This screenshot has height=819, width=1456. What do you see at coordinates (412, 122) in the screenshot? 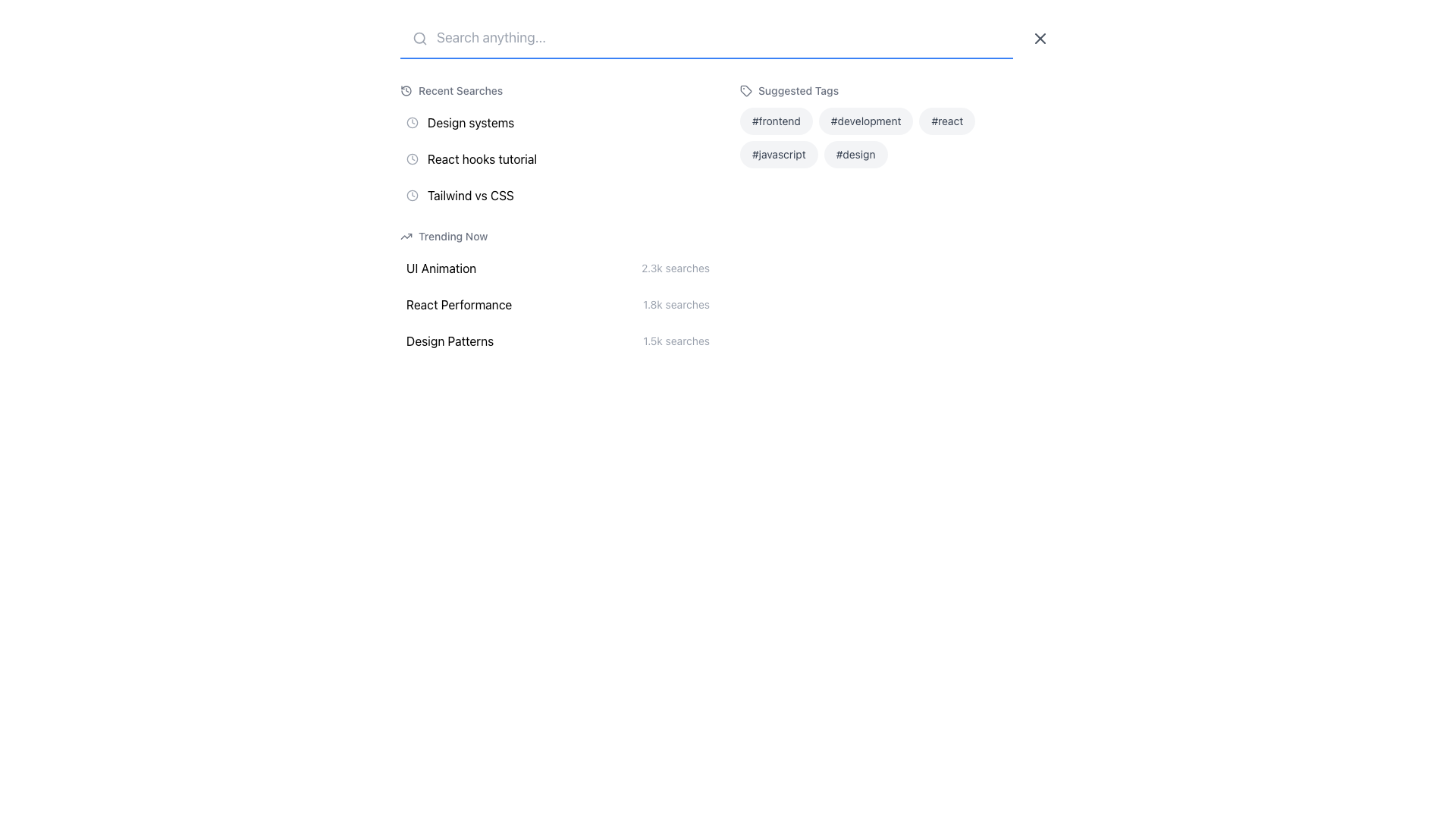
I see `the clock icon representing time, located to the left of the 'Design systems' text in the 'Recent Searches' area` at bounding box center [412, 122].